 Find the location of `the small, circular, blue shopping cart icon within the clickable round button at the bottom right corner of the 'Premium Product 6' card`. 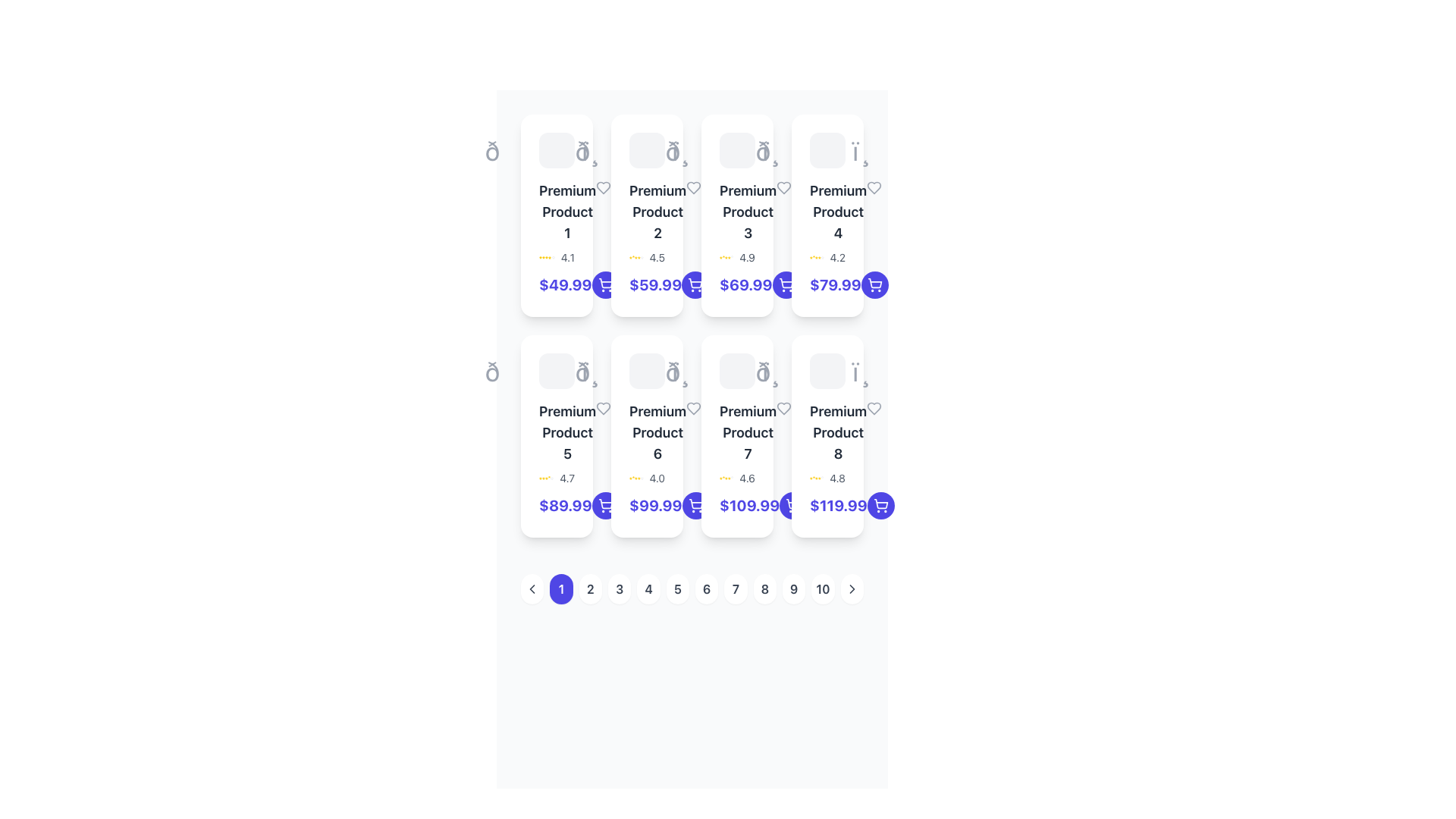

the small, circular, blue shopping cart icon within the clickable round button at the bottom right corner of the 'Premium Product 6' card is located at coordinates (604, 506).